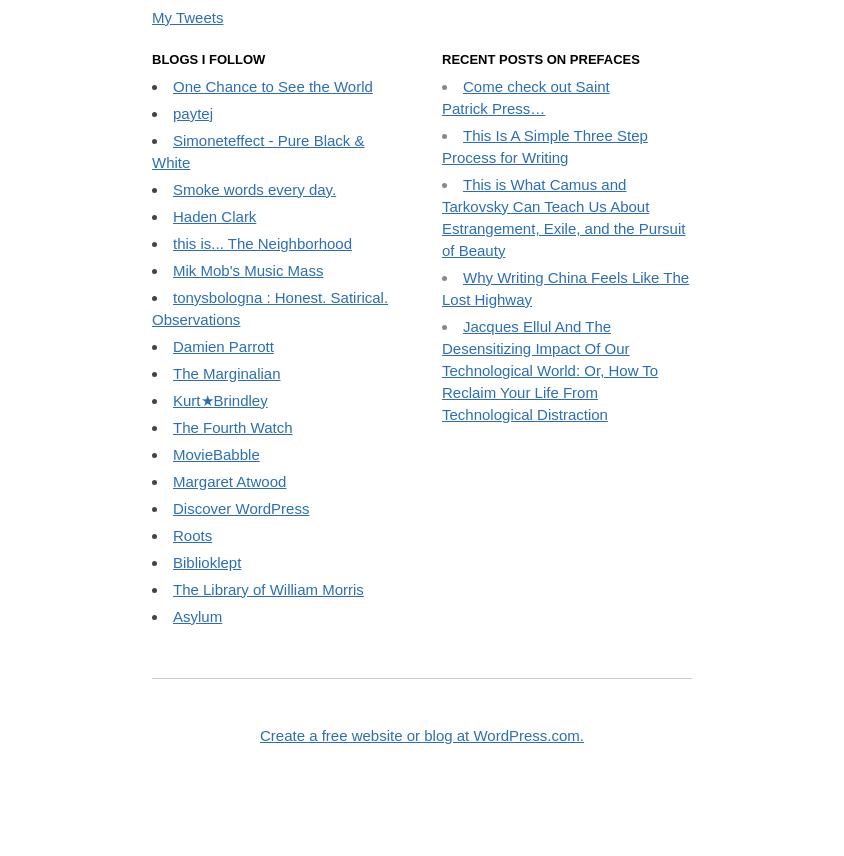  What do you see at coordinates (221, 509) in the screenshot?
I see `'Damien Parrott'` at bounding box center [221, 509].